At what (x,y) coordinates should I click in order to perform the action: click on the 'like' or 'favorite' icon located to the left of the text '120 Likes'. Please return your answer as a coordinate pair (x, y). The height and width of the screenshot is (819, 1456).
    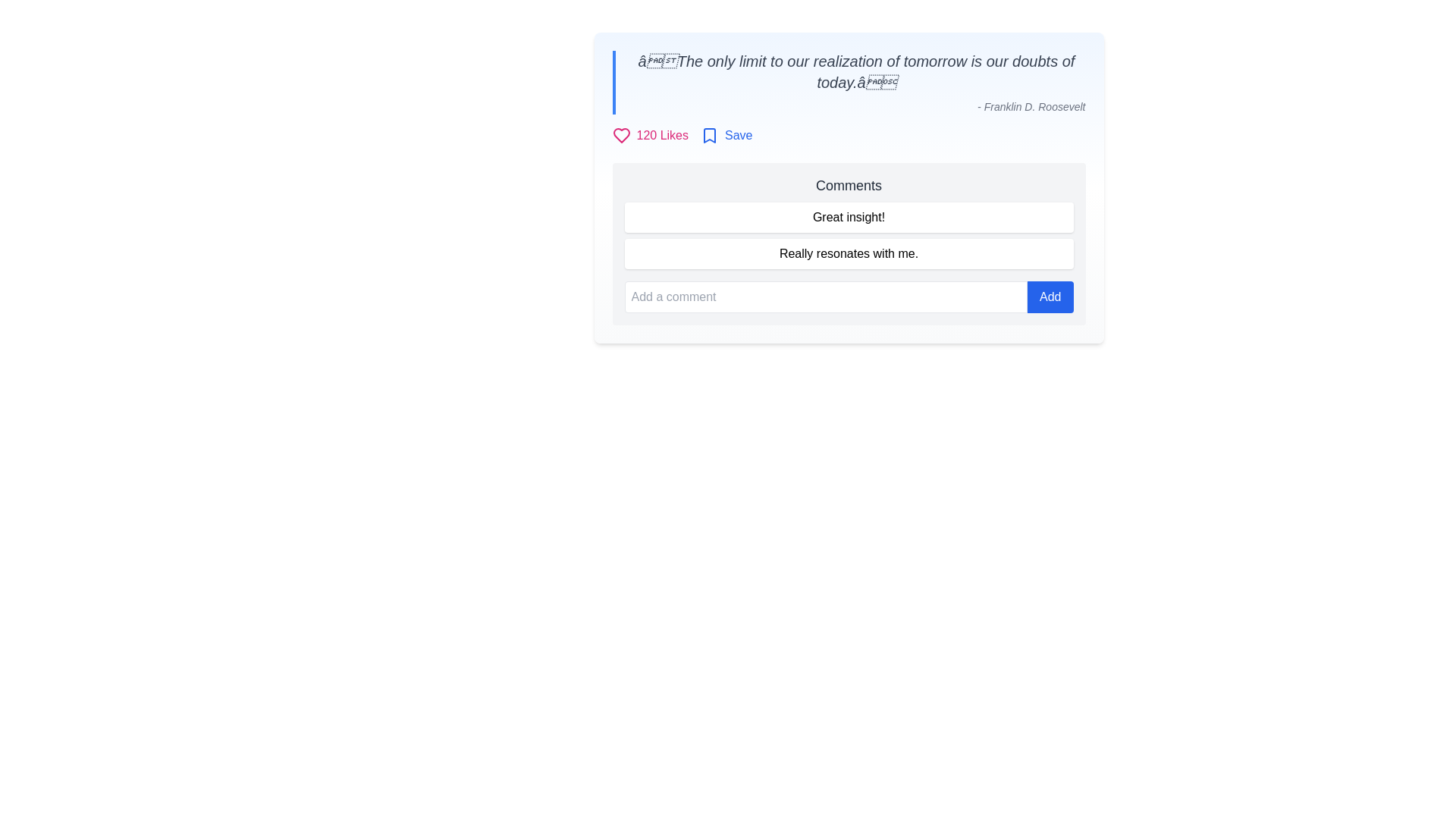
    Looking at the image, I should click on (621, 134).